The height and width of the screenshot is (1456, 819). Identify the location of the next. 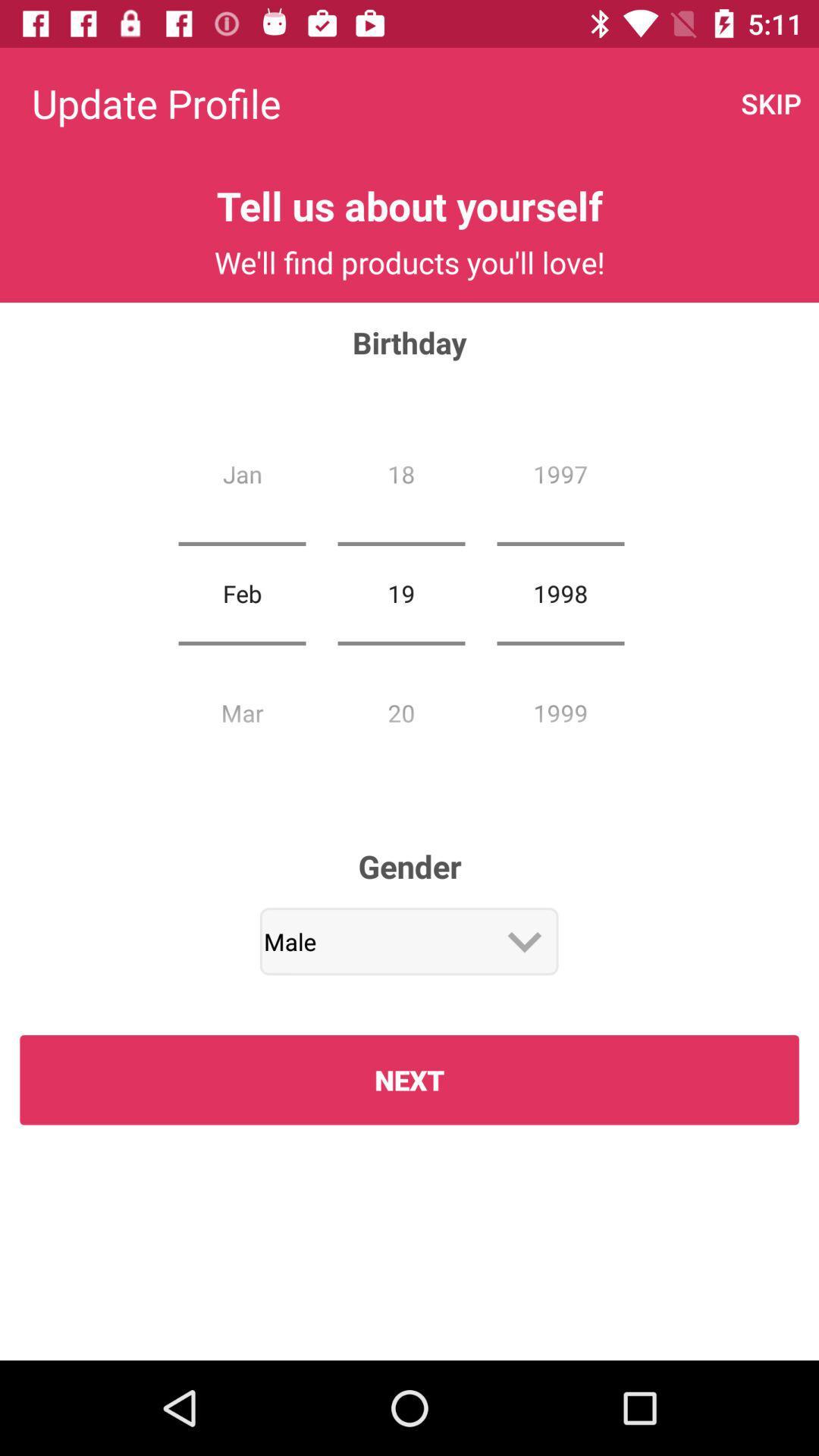
(409, 1079).